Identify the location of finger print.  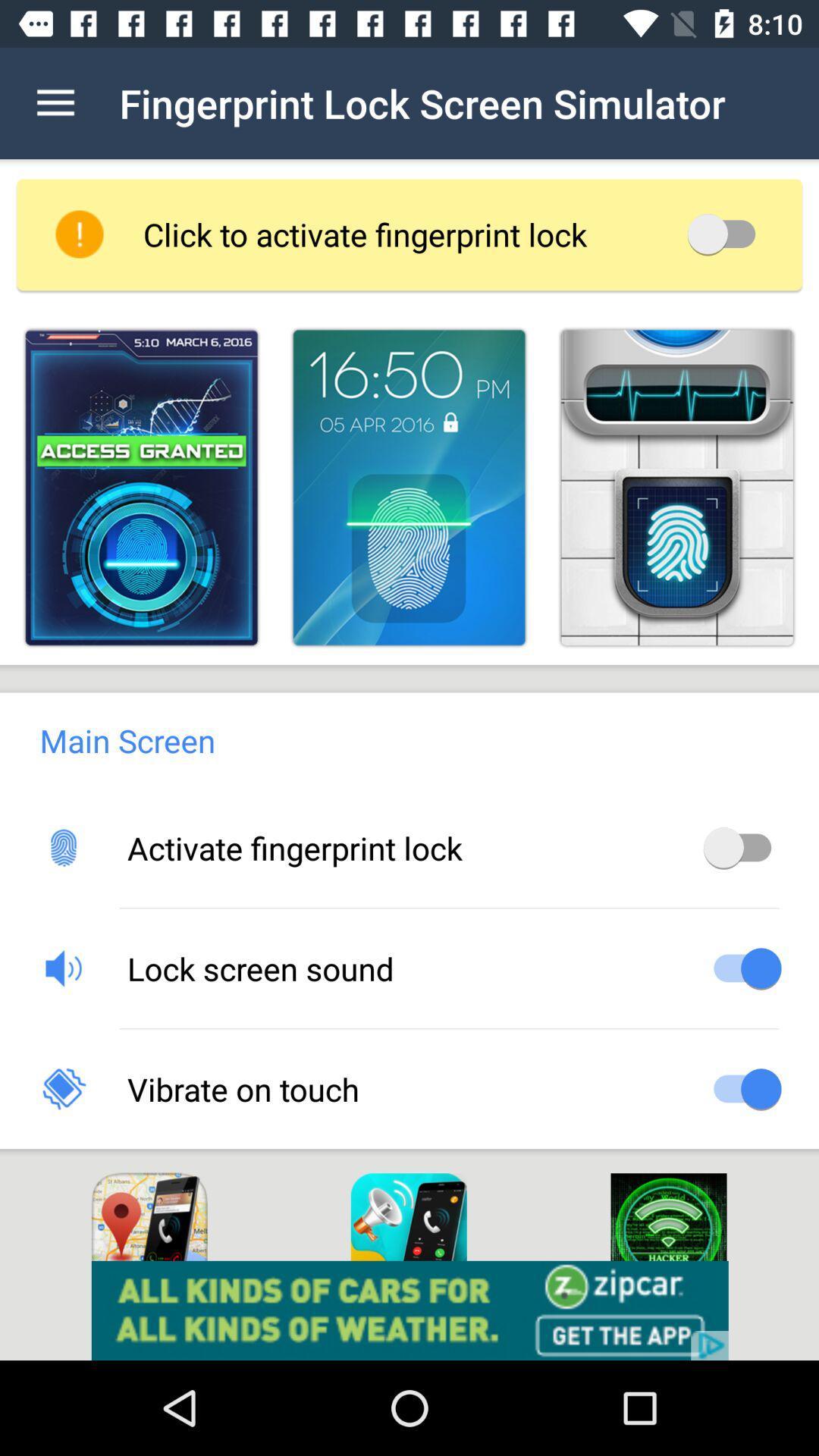
(408, 488).